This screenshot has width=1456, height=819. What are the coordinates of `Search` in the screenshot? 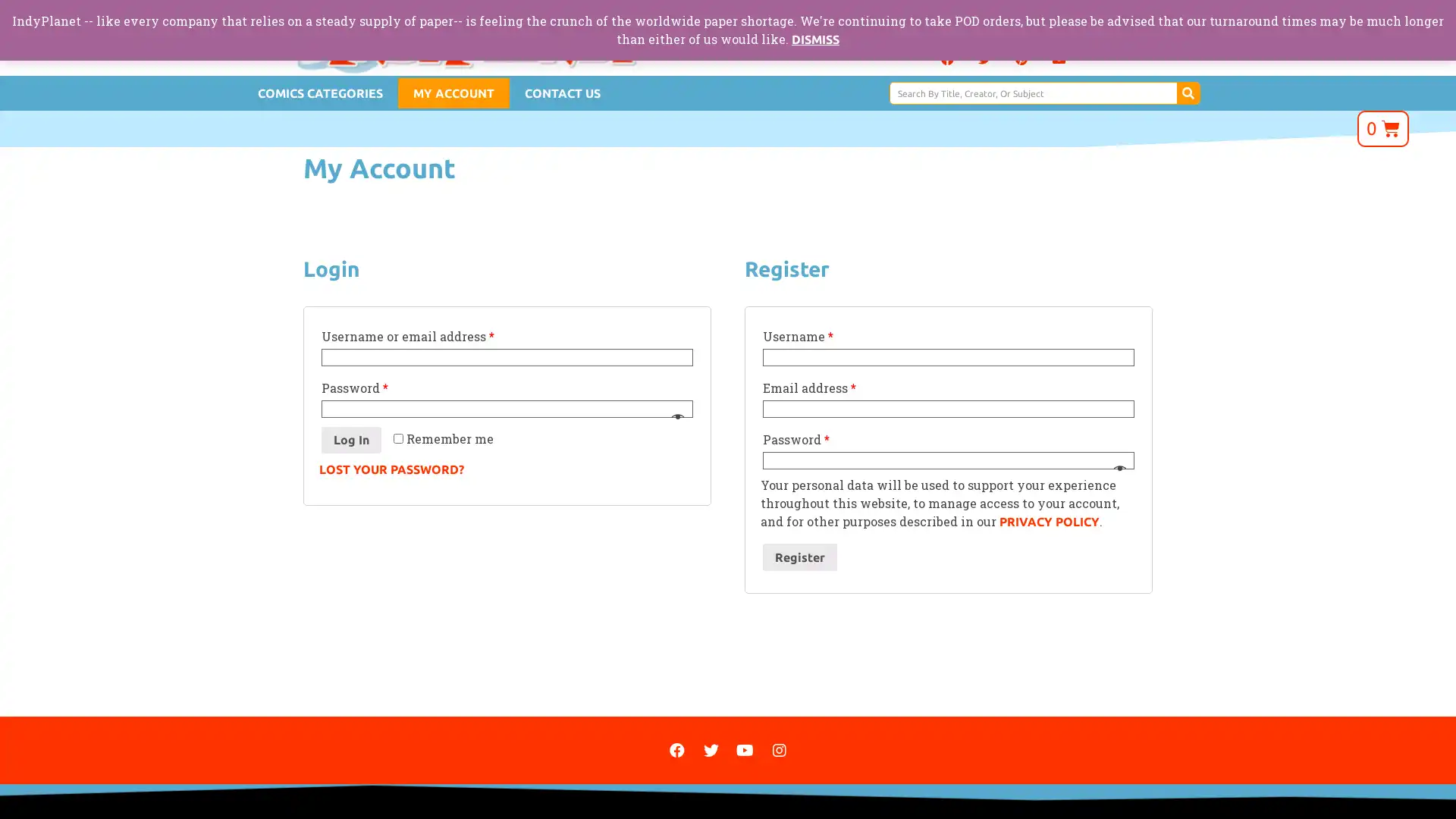 It's located at (1187, 93).